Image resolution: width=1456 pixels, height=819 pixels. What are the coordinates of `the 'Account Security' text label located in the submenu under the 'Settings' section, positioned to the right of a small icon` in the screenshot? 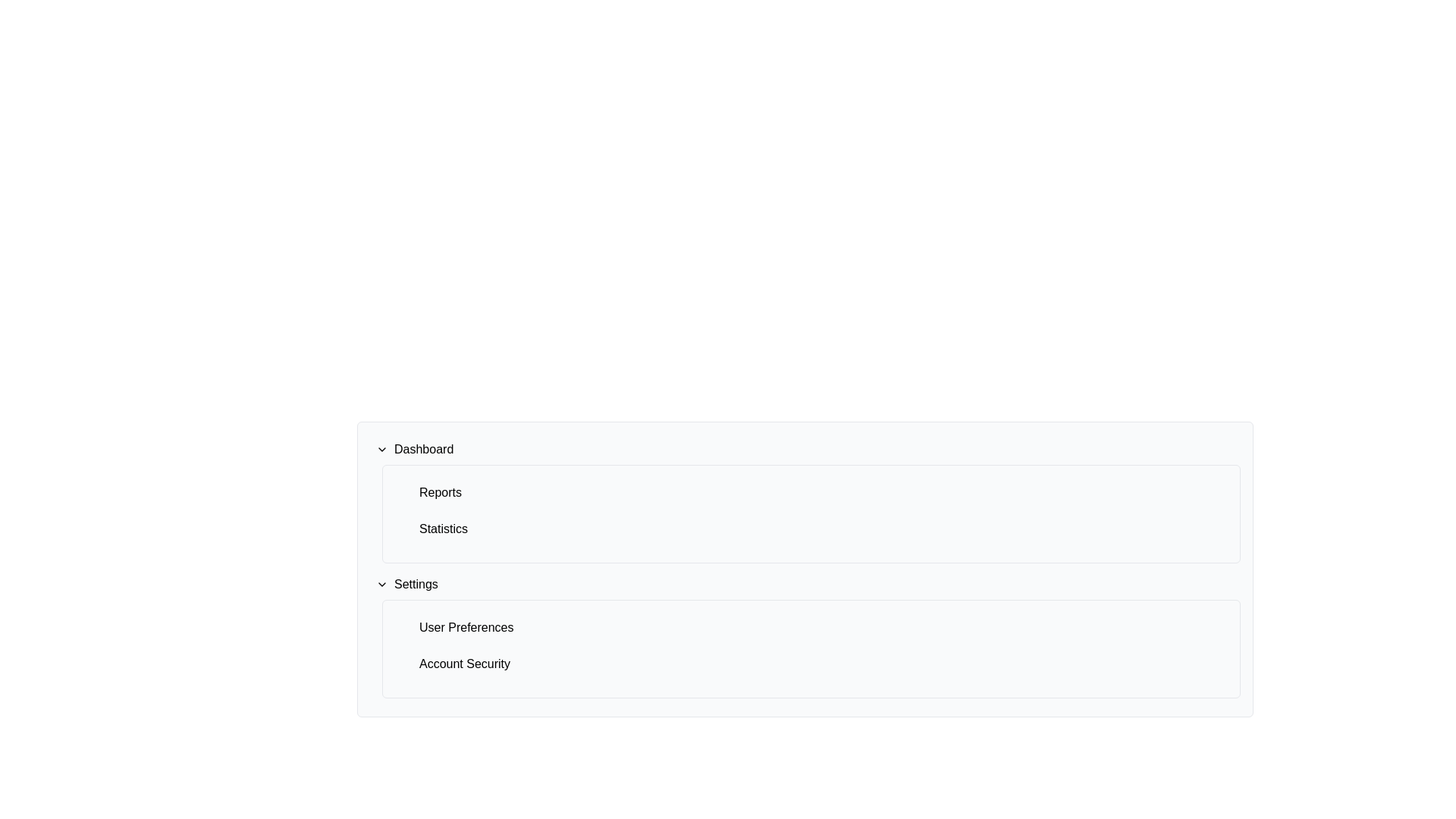 It's located at (464, 663).